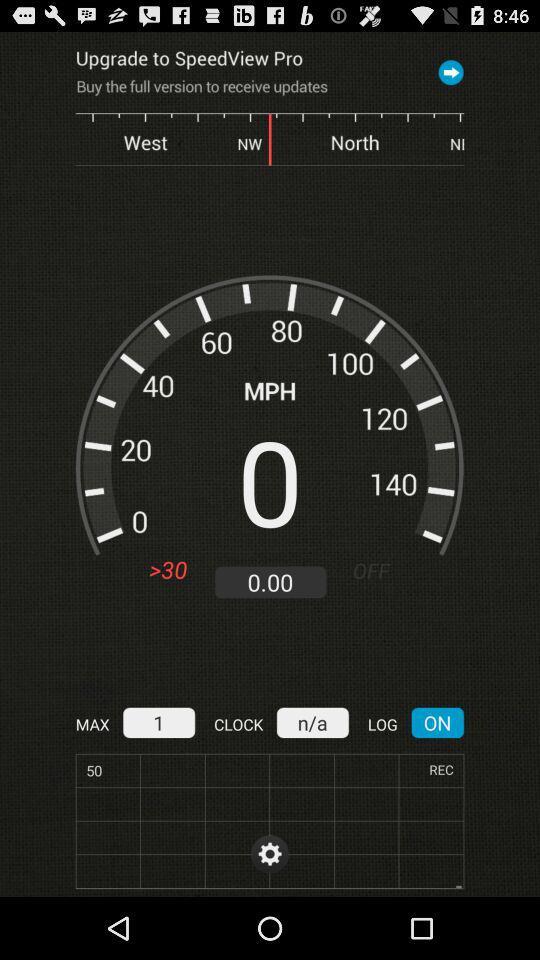  What do you see at coordinates (379, 570) in the screenshot?
I see `the app next to the 0.00` at bounding box center [379, 570].